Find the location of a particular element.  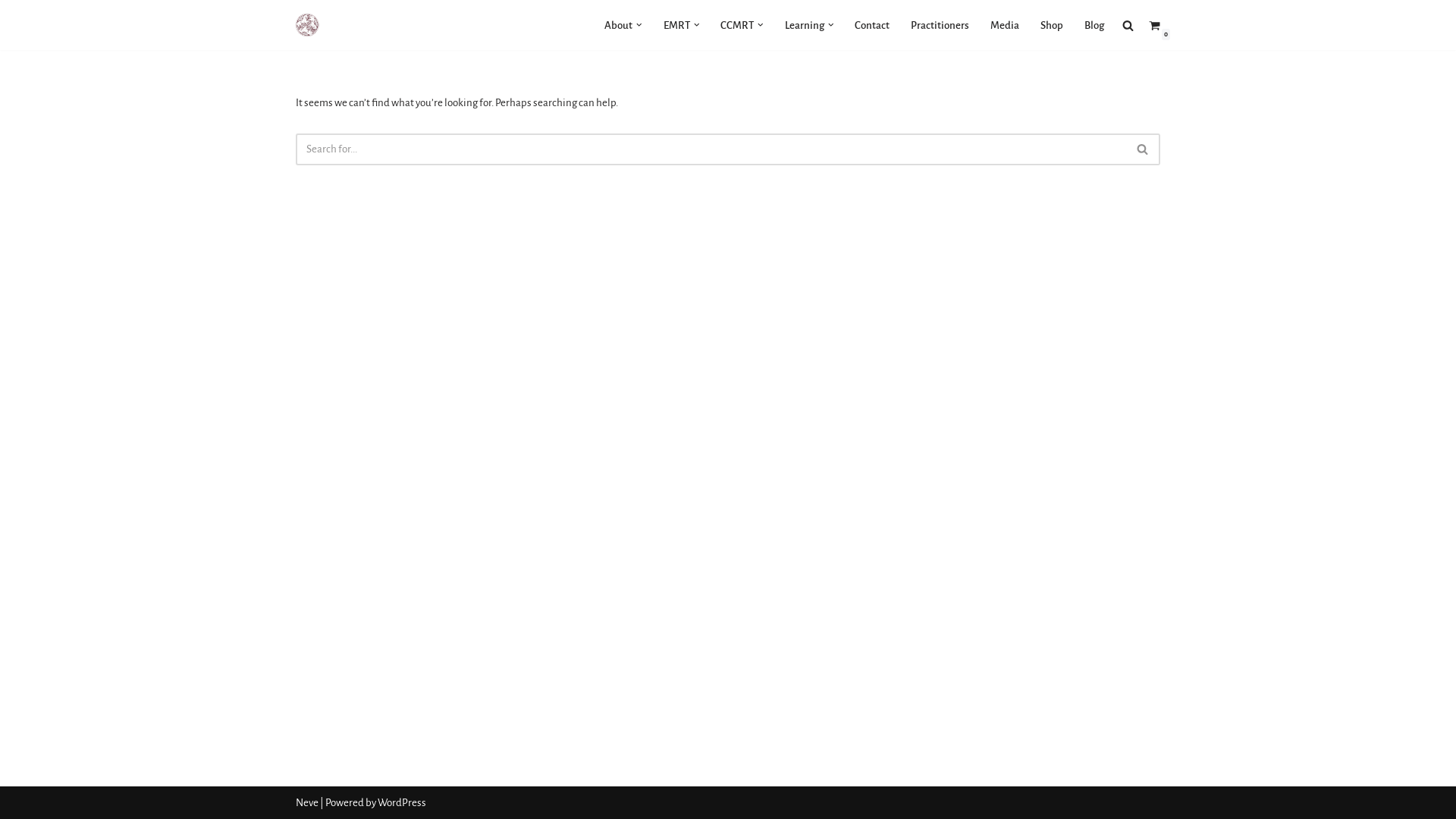

'EMRT' is located at coordinates (662, 24).